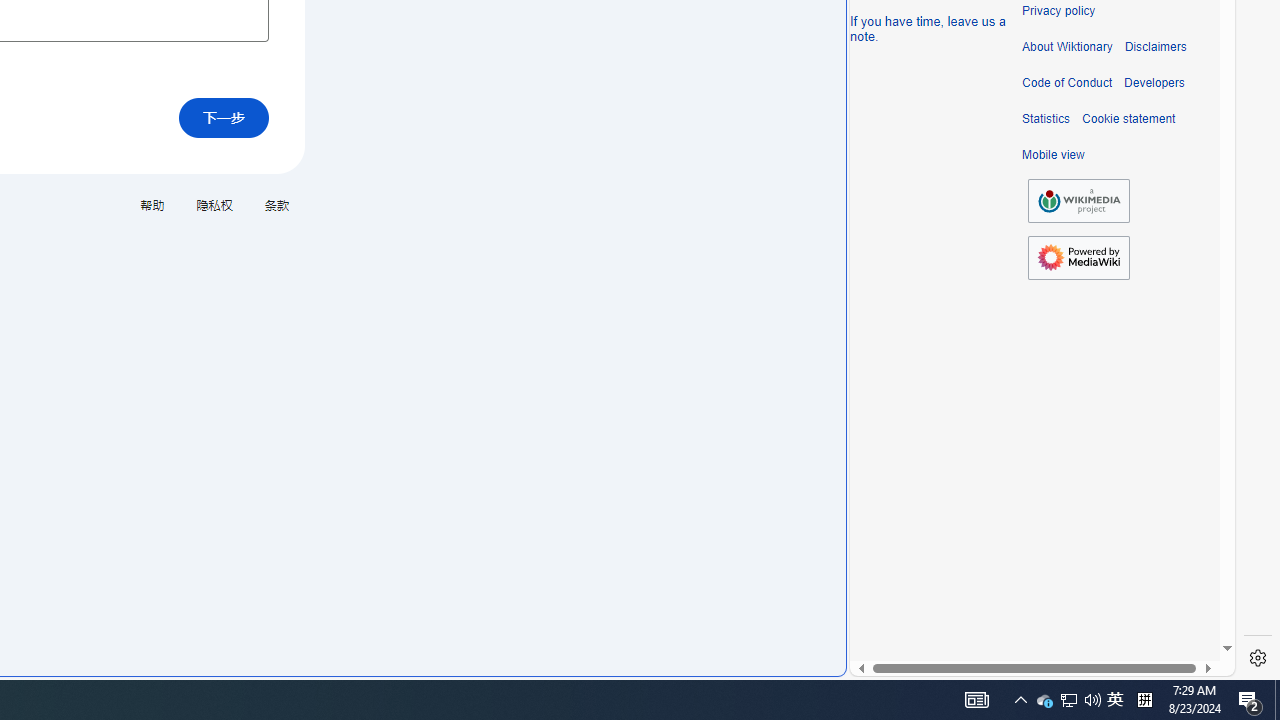  Describe the element at coordinates (1052, 154) in the screenshot. I see `'Mobile view'` at that location.